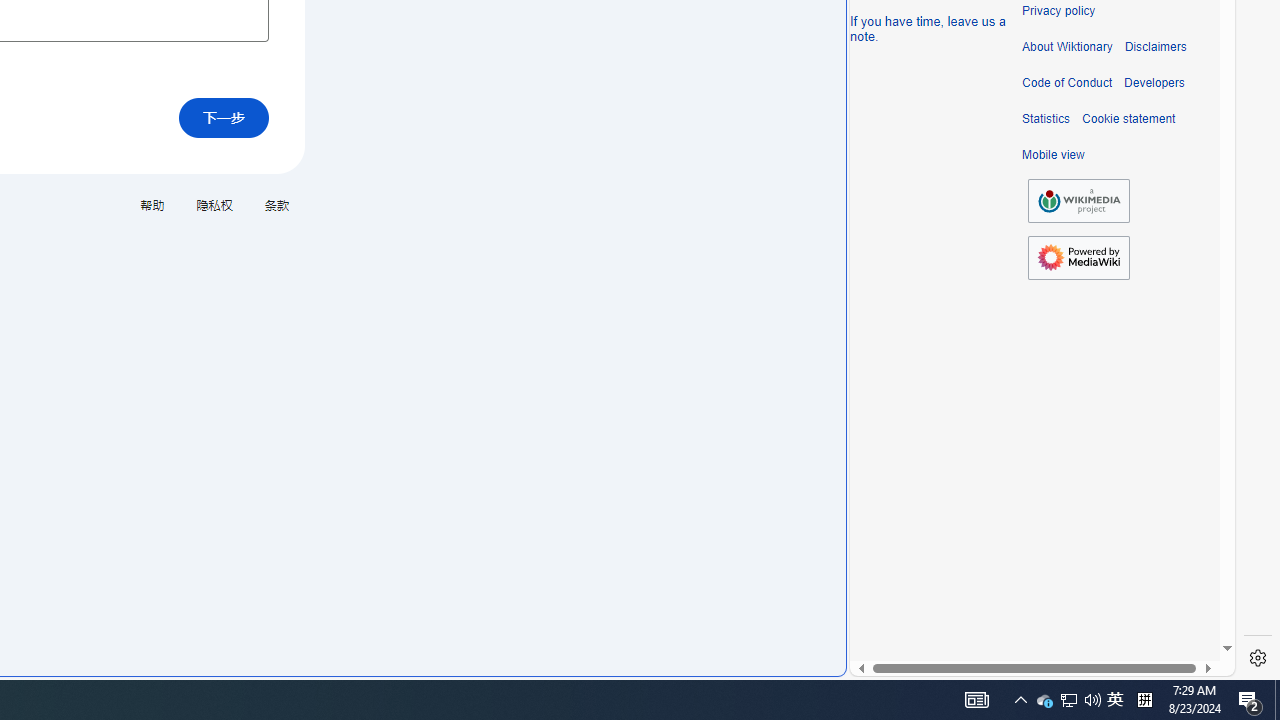  Describe the element at coordinates (1052, 154) in the screenshot. I see `'Mobile view'` at that location.